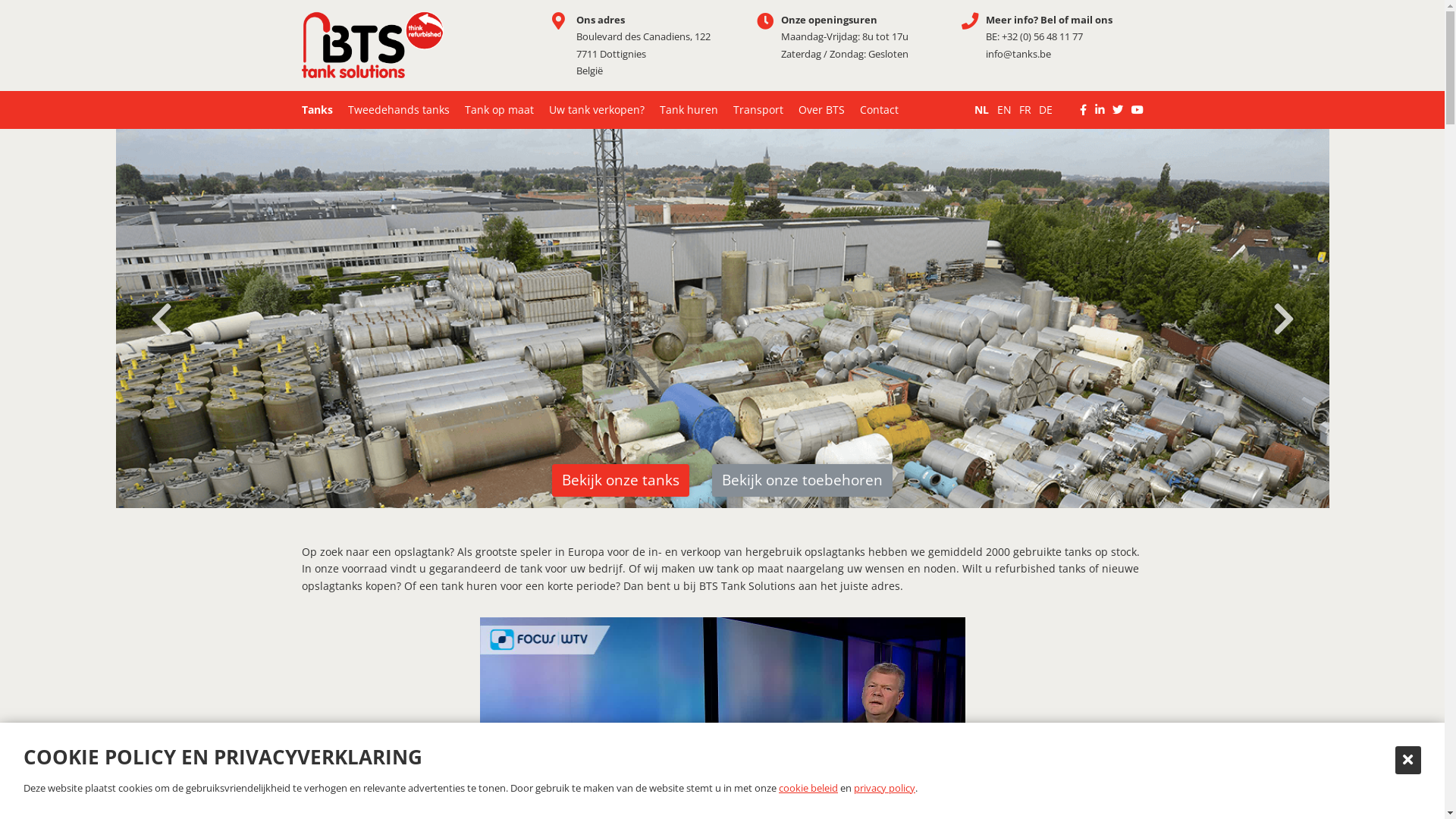 This screenshot has height=819, width=1456. Describe the element at coordinates (1040, 35) in the screenshot. I see `'+32 (0) 56 48 11 77'` at that location.